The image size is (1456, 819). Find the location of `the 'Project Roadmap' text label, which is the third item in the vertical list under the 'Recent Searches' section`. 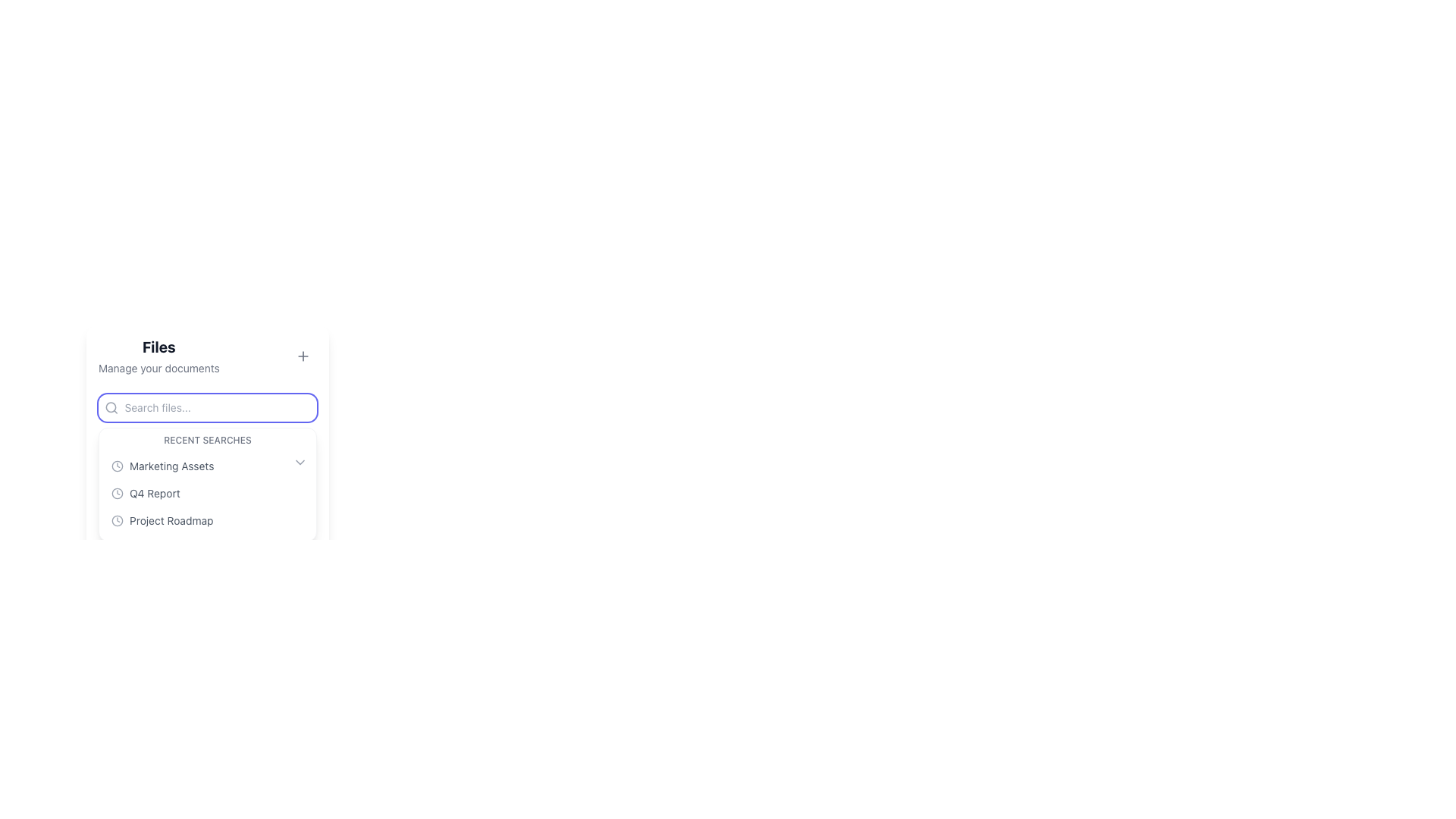

the 'Project Roadmap' text label, which is the third item in the vertical list under the 'Recent Searches' section is located at coordinates (171, 519).